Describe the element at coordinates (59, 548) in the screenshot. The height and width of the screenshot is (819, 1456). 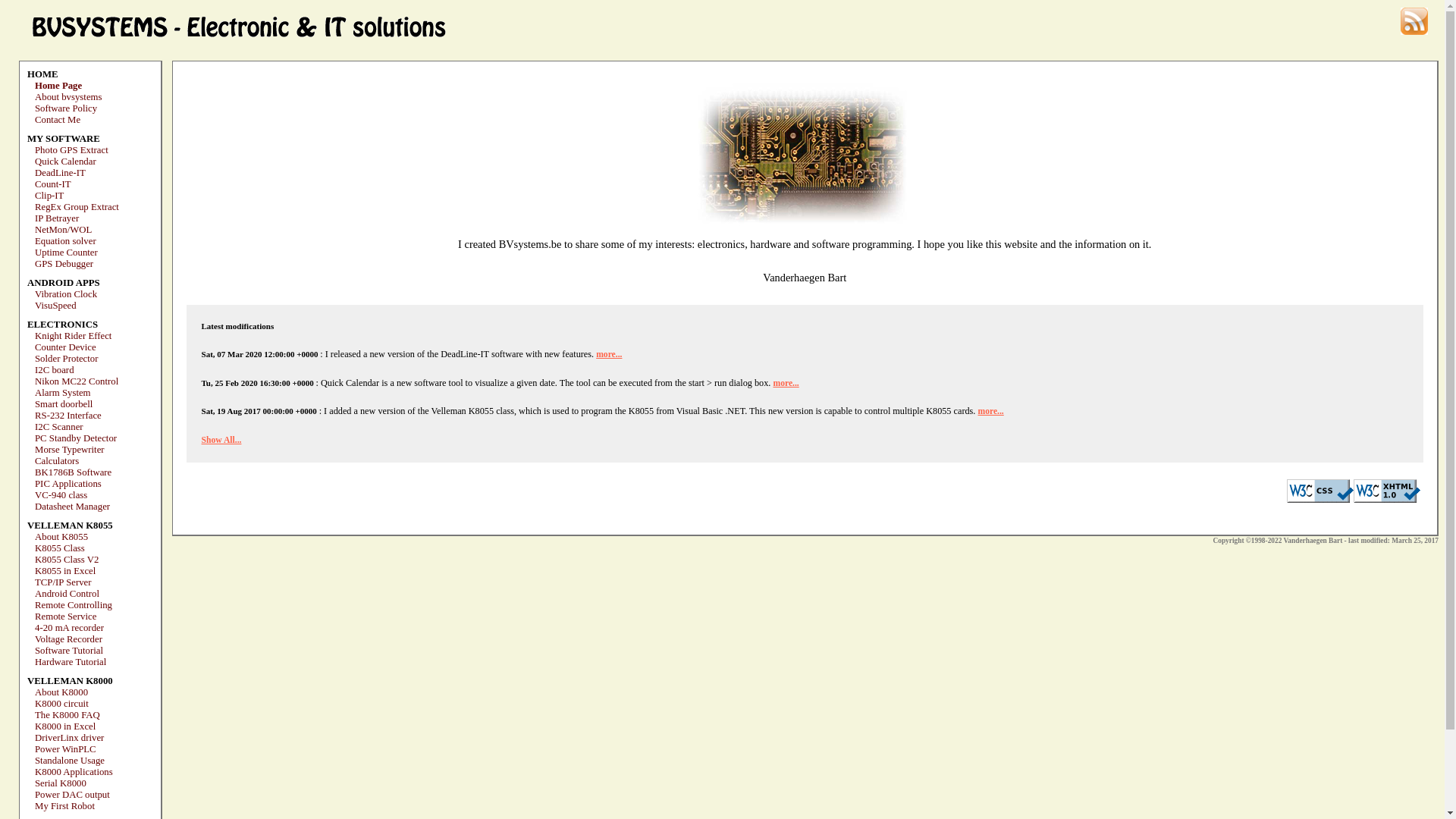
I see `'K8055 Class'` at that location.